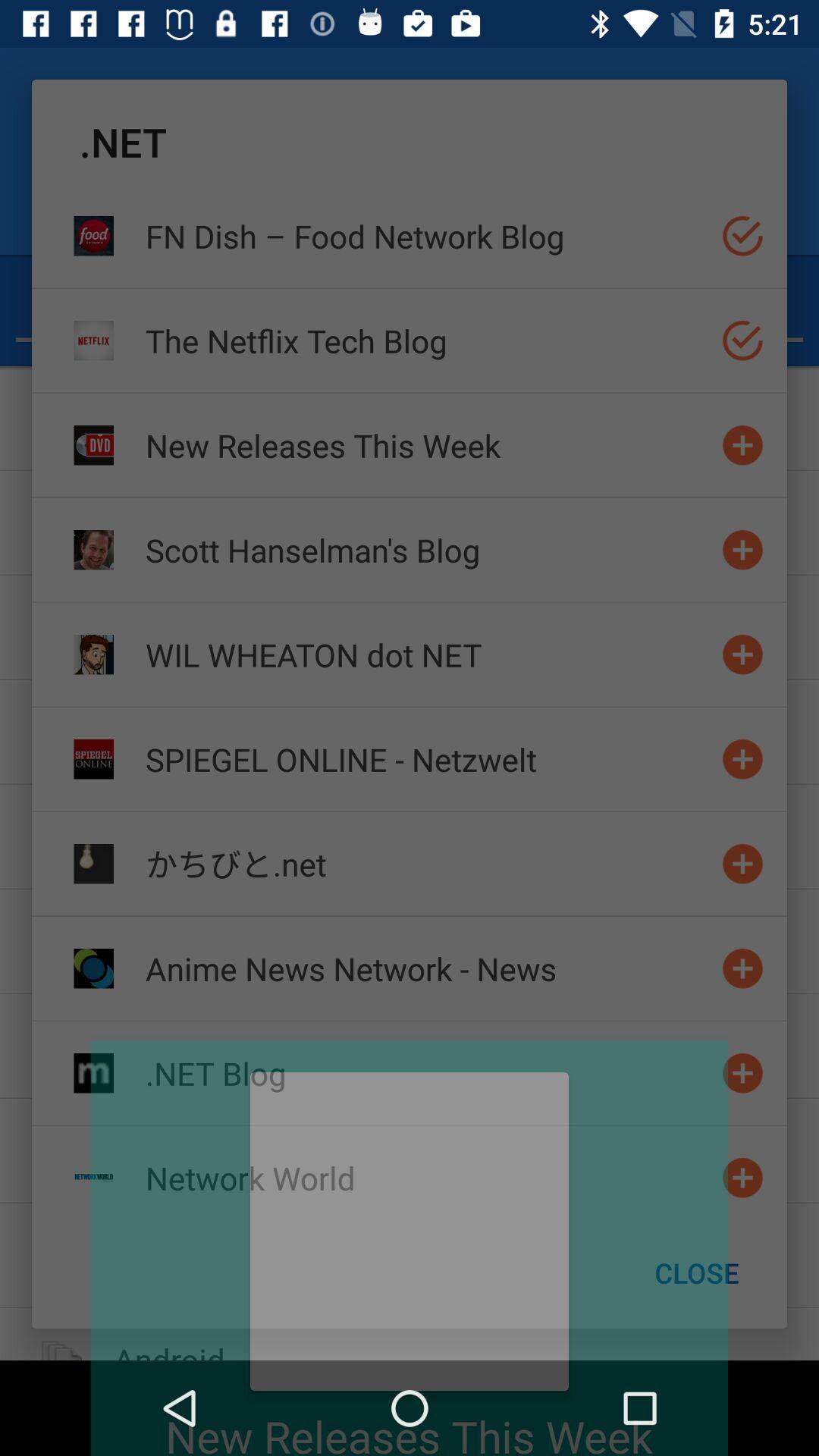  What do you see at coordinates (742, 1072) in the screenshot?
I see `open the article` at bounding box center [742, 1072].